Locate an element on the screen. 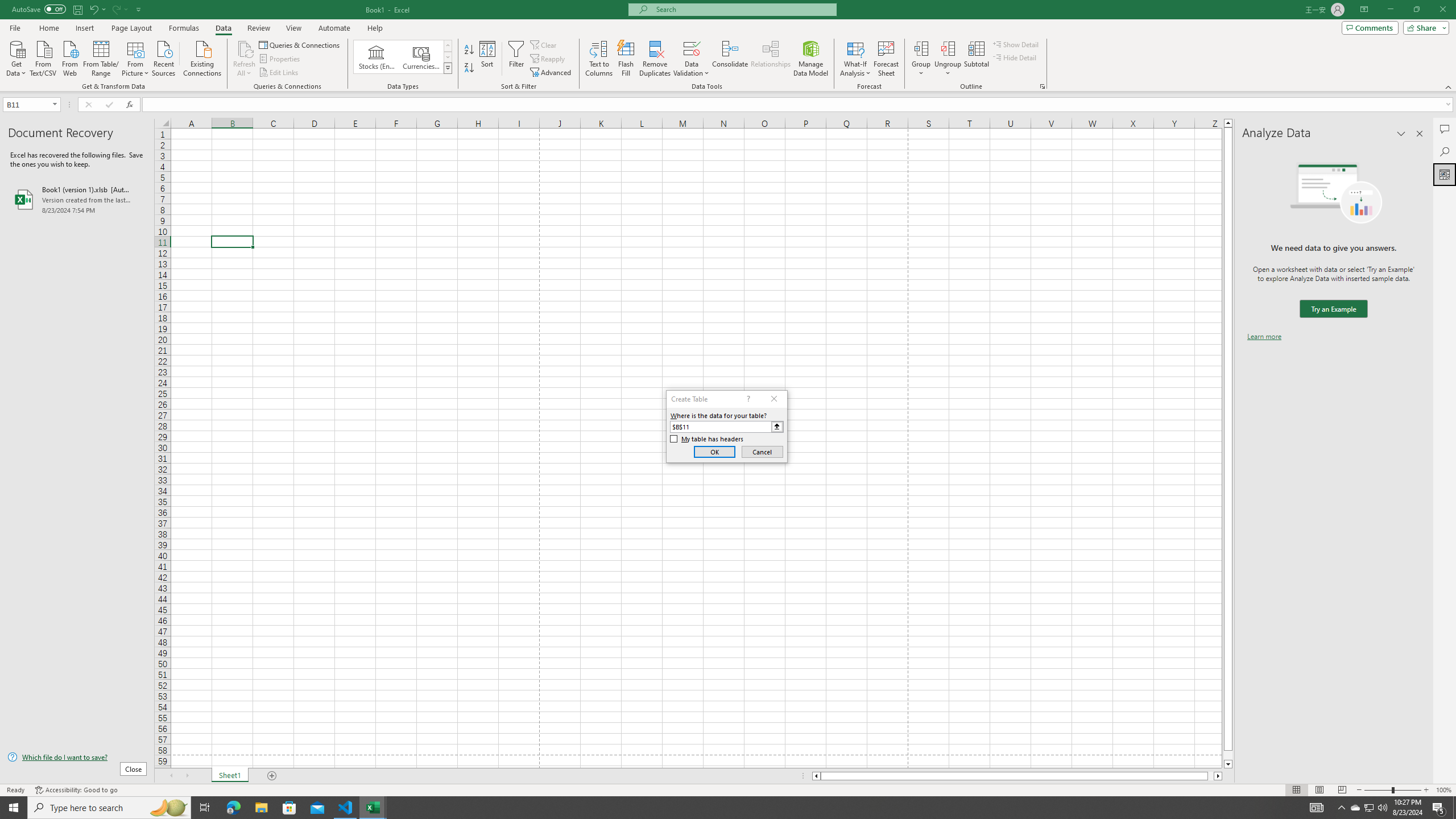 The image size is (1456, 819). 'Learn more' is located at coordinates (1264, 336).